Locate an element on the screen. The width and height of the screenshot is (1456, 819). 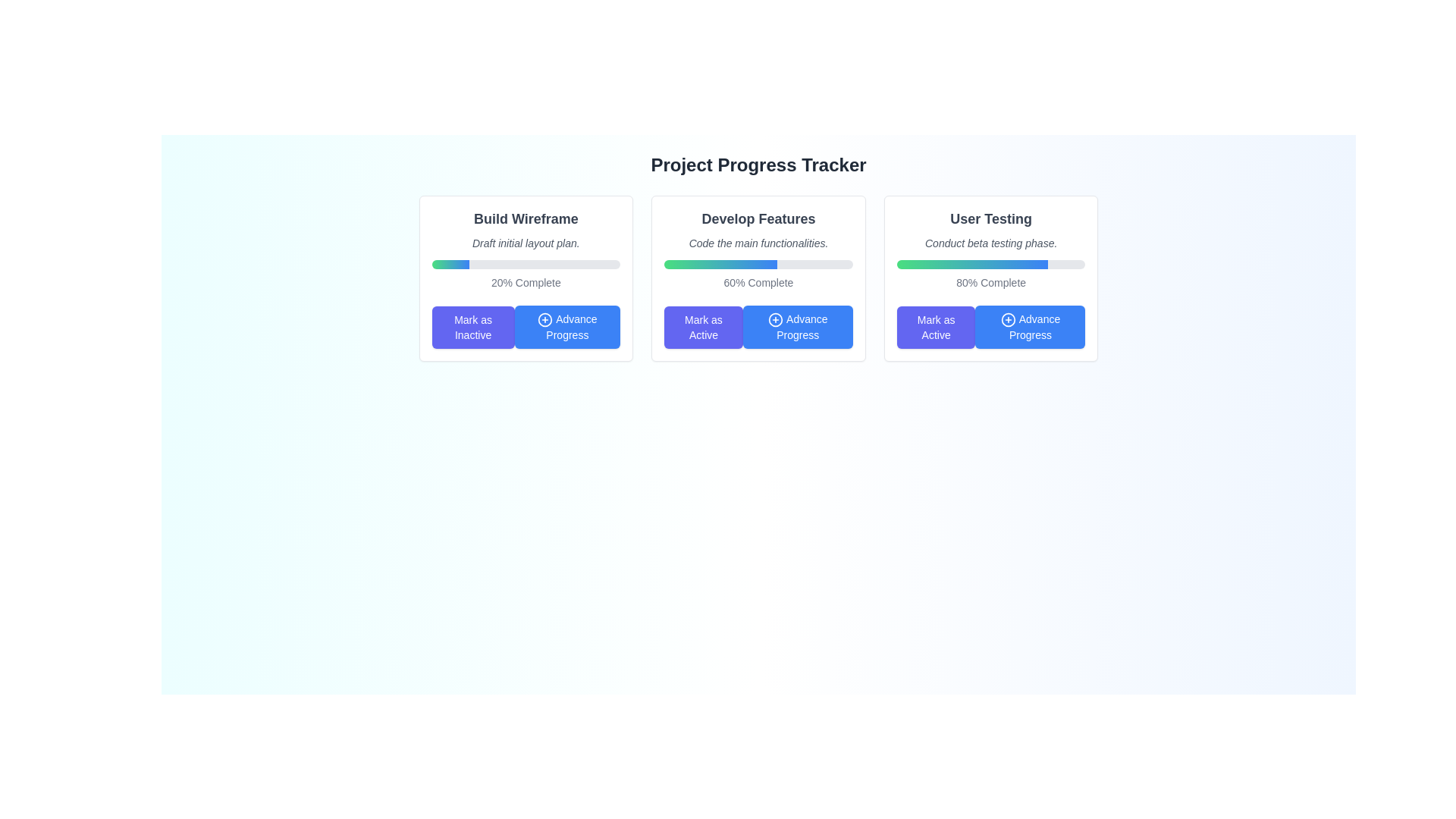
the 'Advance Progress' button with blue background and white text is located at coordinates (797, 326).